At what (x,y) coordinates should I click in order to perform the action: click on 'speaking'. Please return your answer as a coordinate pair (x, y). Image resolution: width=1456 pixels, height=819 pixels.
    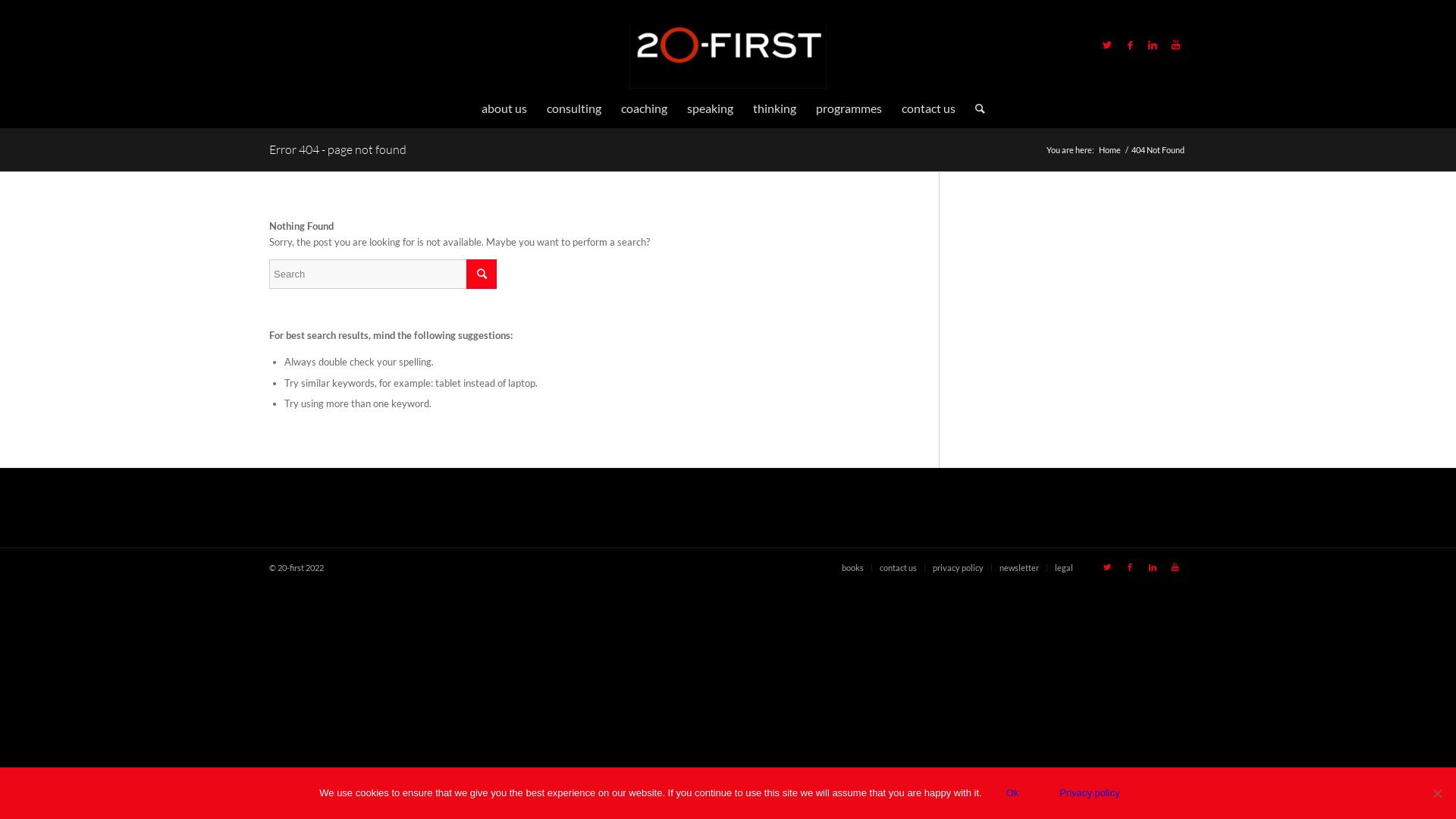
    Looking at the image, I should click on (708, 107).